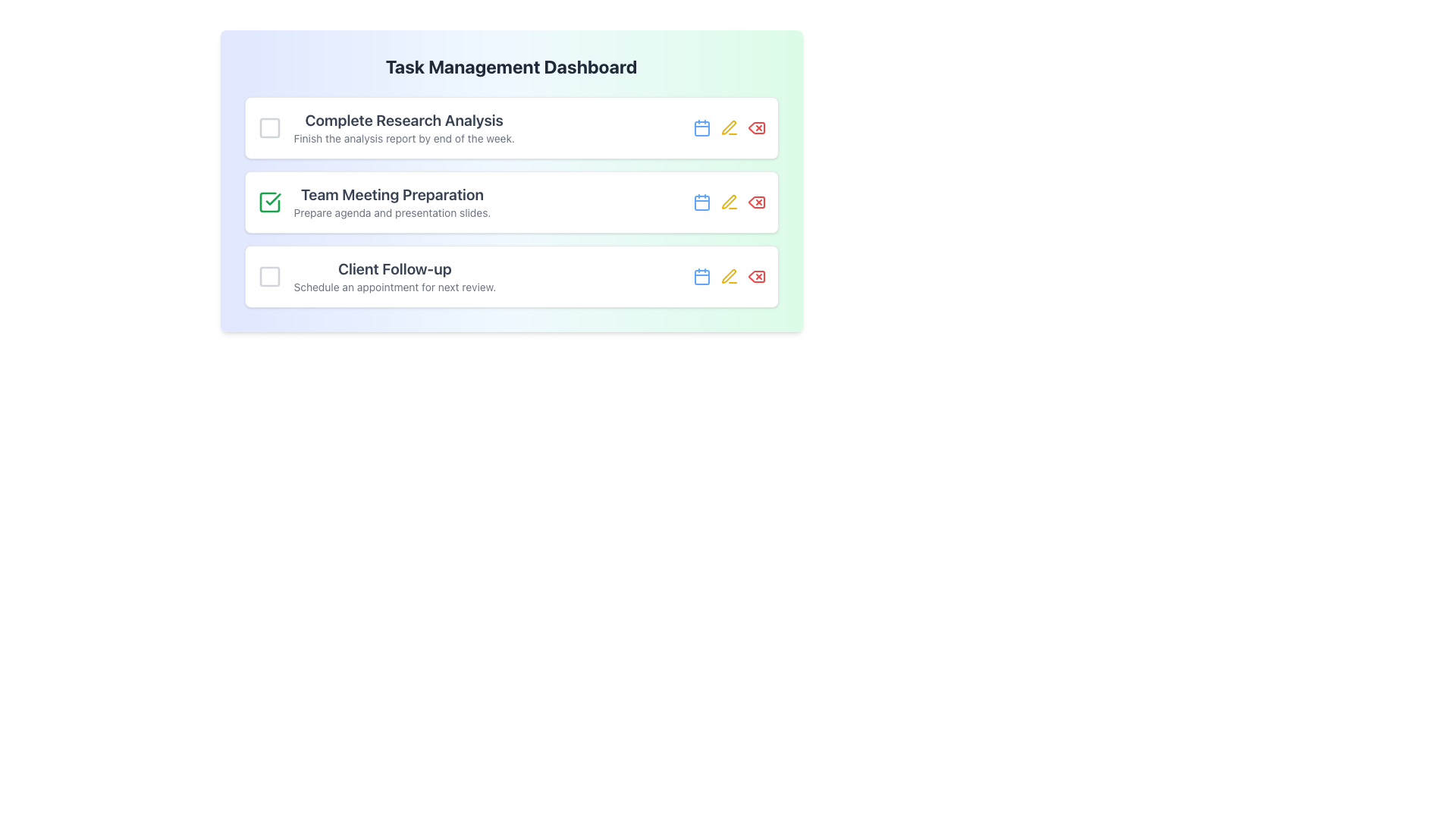 This screenshot has width=1456, height=819. Describe the element at coordinates (386, 127) in the screenshot. I see `the task item that provides details for the first task in the task management system, allowing interaction with associated elements like the checkbox or action buttons` at that location.